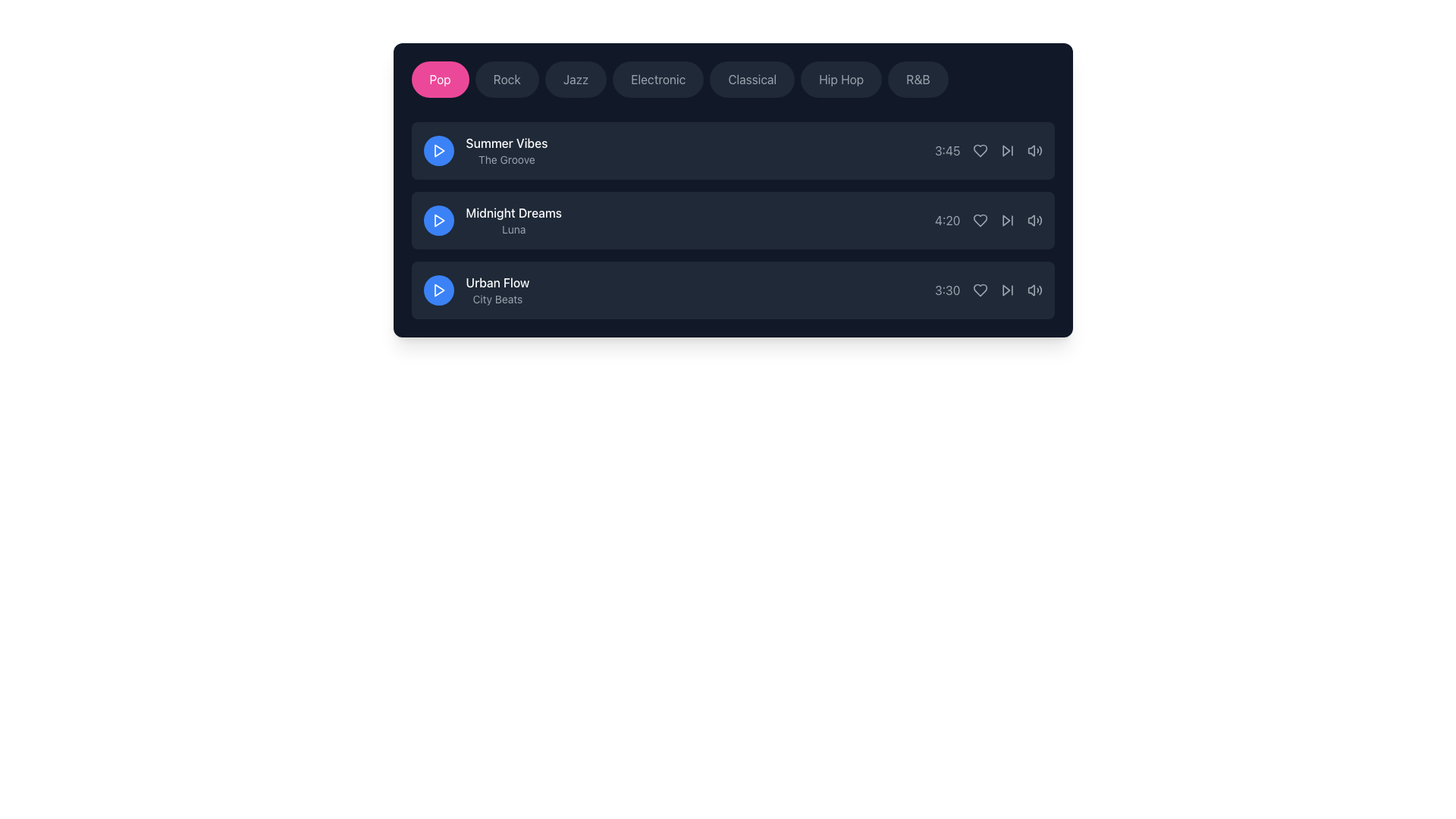 Image resolution: width=1456 pixels, height=819 pixels. What do you see at coordinates (1034, 220) in the screenshot?
I see `the interactive volume control icon resembling a speaker emitting sound waves to mute or unmute the audio in the 'Midnight Dreams' track row` at bounding box center [1034, 220].